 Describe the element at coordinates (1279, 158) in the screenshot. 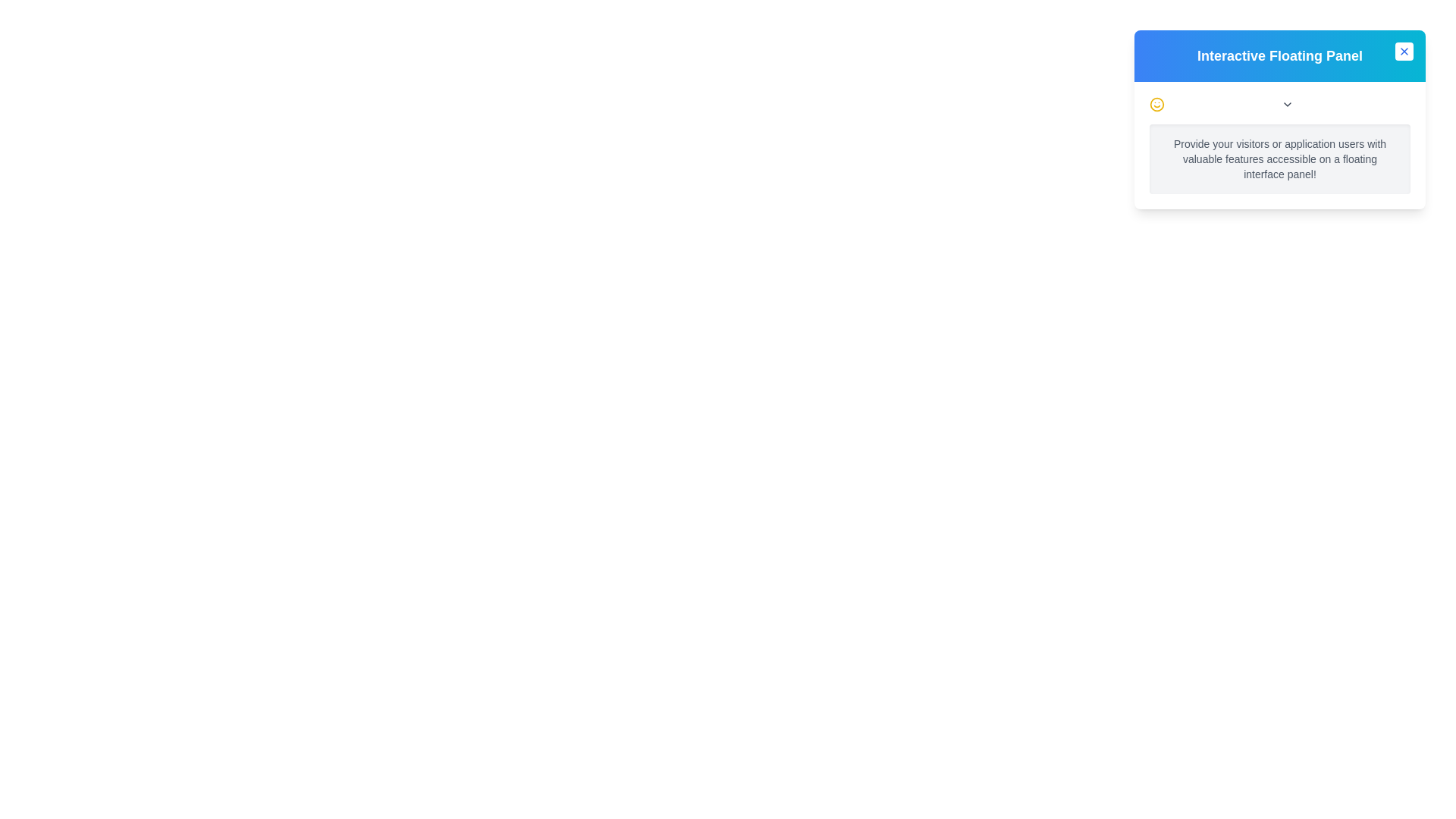

I see `the text paragraph styled in a small font size and gray color that contains the content: 'Provide your visitors or application users with valuable features accessible on a floating interface panel!'` at that location.